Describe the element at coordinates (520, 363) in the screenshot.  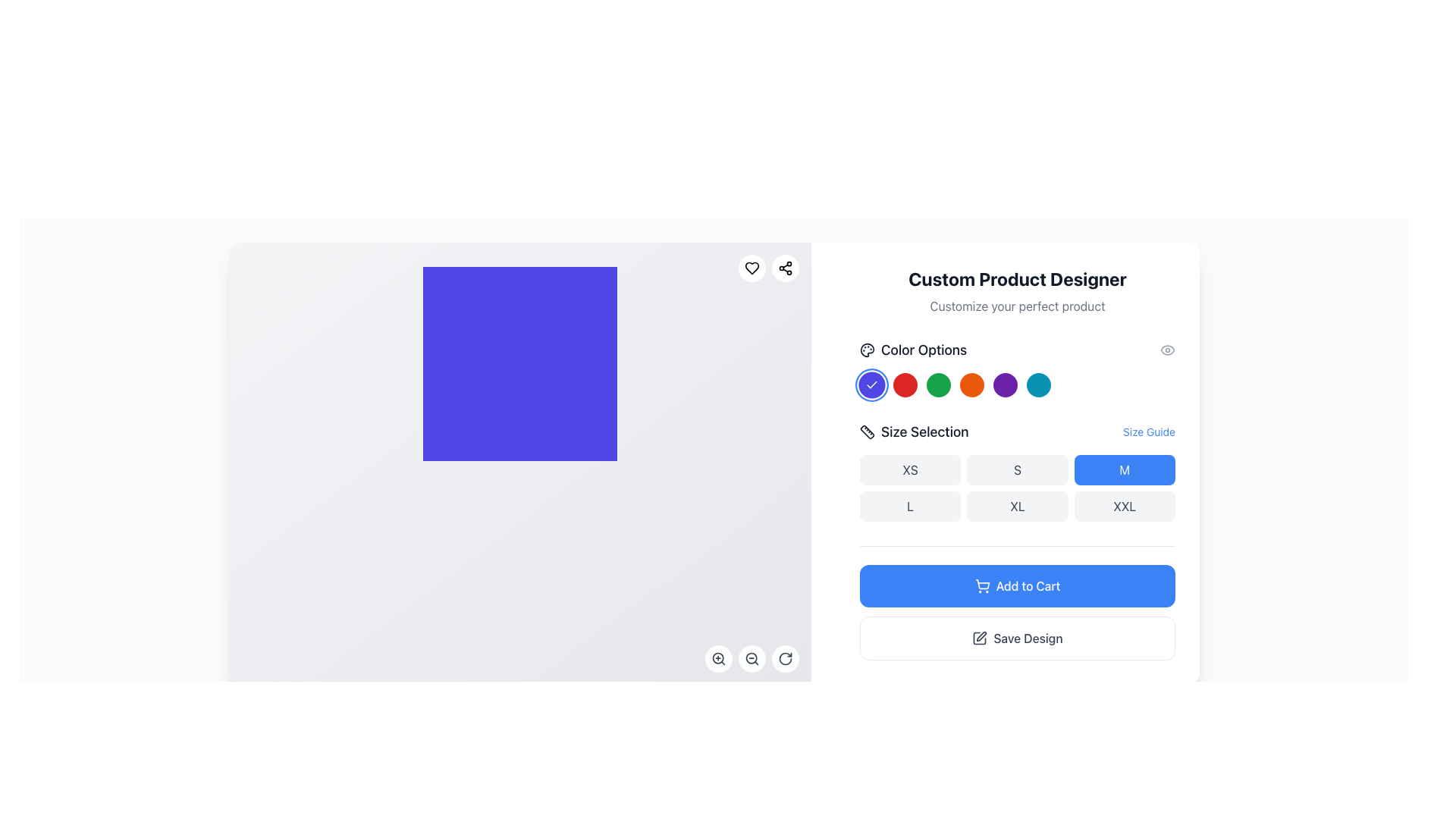
I see `the Decorative block or placeholder that serves as a display or visual aid in the middle of the left section of the interface` at that location.